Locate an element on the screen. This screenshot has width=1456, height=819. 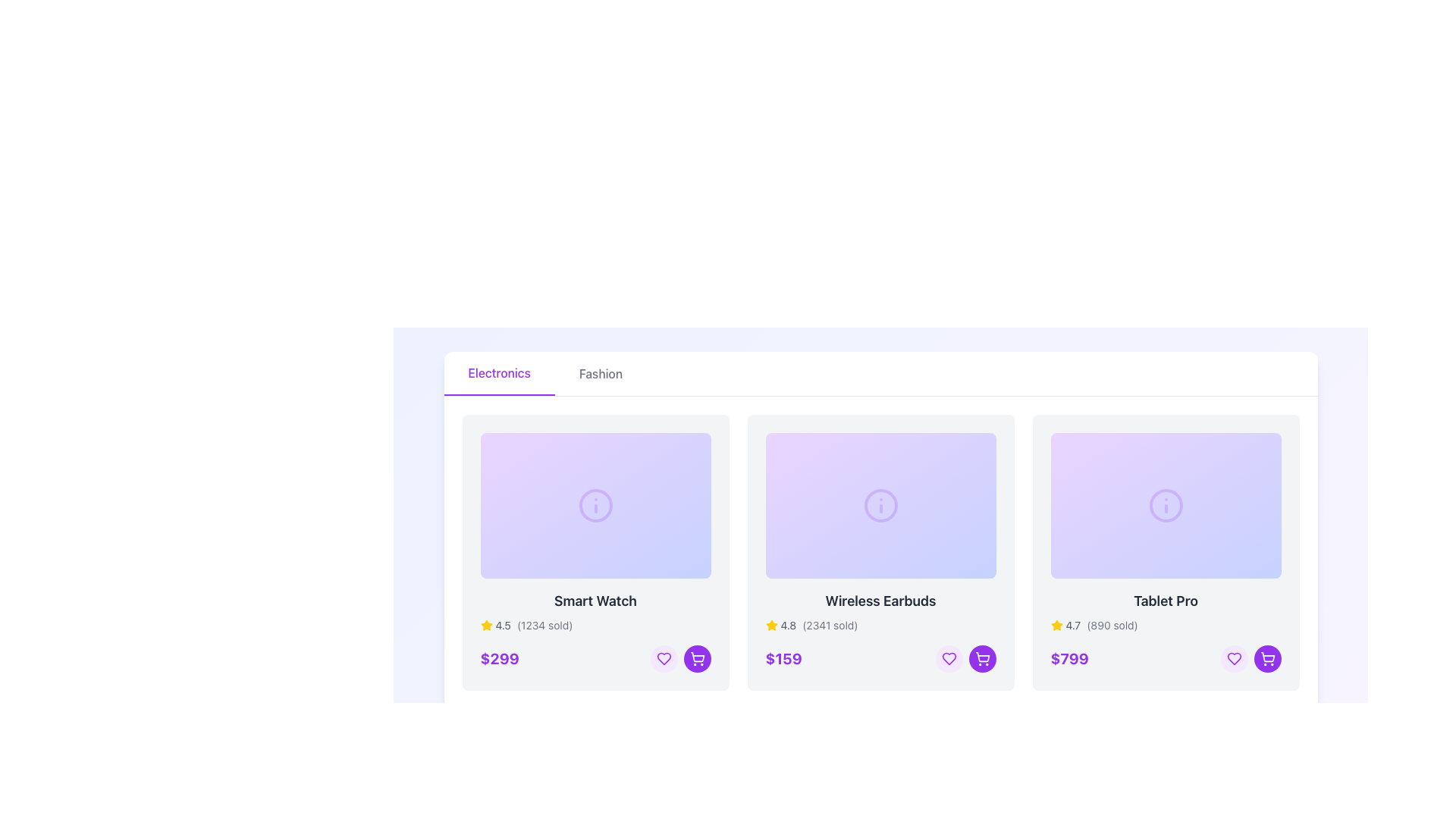
the Icon button used to save the product as a favorite for the 'Wireless Earbuds' product is located at coordinates (664, 657).